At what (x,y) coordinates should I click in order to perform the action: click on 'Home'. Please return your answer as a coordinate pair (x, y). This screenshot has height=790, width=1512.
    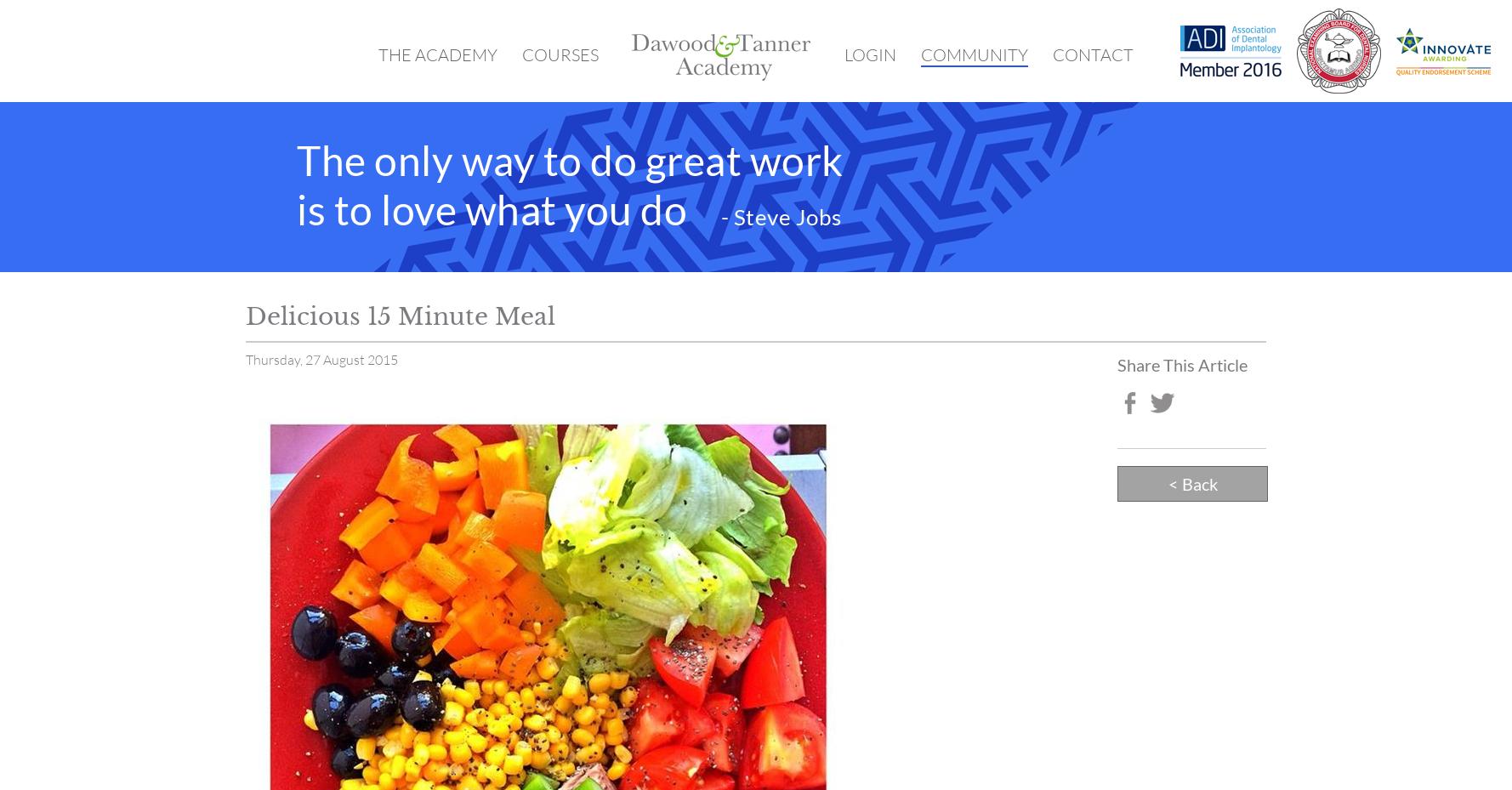
    Looking at the image, I should click on (631, 43).